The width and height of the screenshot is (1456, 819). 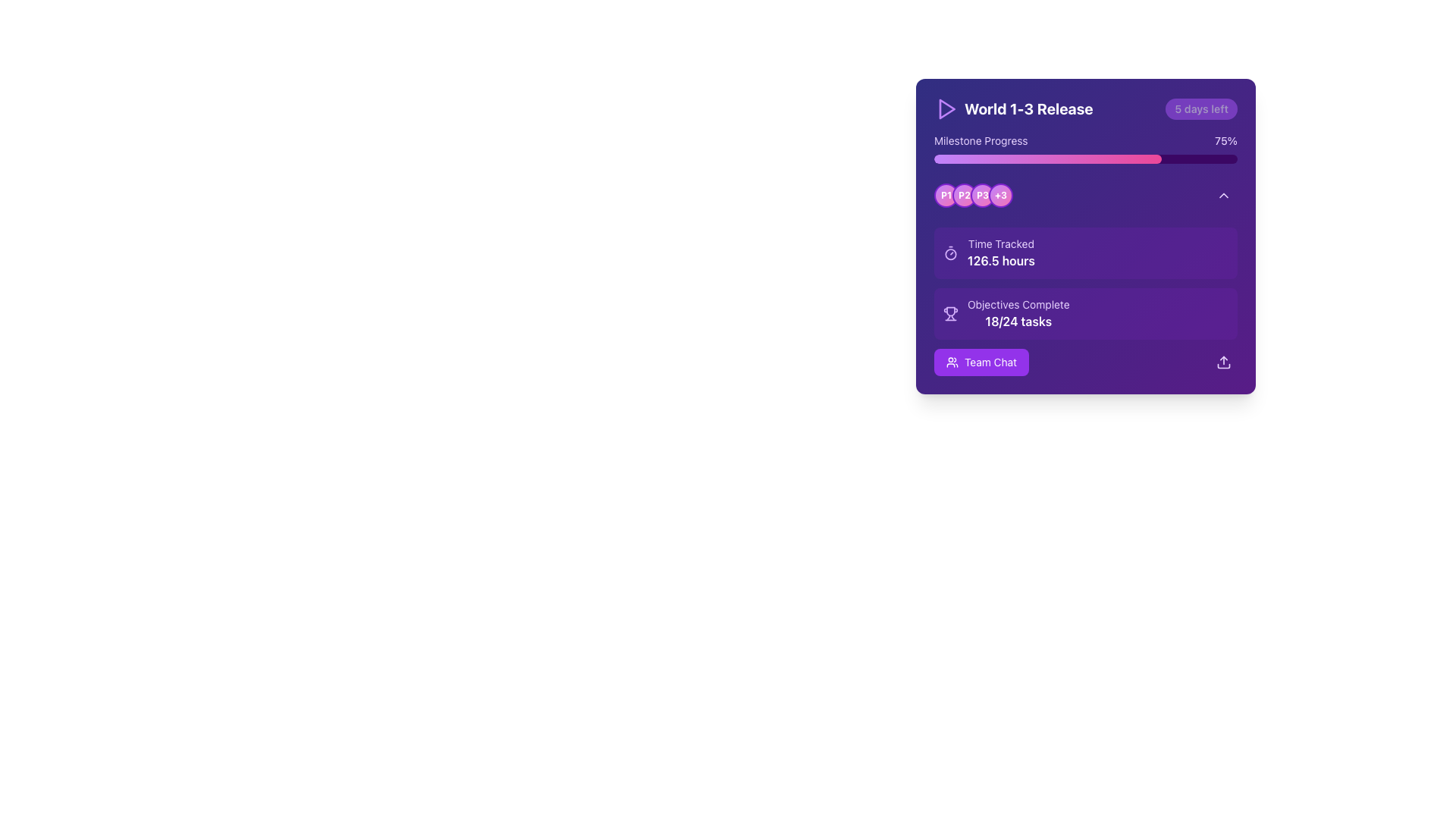 I want to click on the decorative timer icon component that symbolizes the 'Time Tracked' metric, located in the upper left area of the card, so click(x=949, y=253).